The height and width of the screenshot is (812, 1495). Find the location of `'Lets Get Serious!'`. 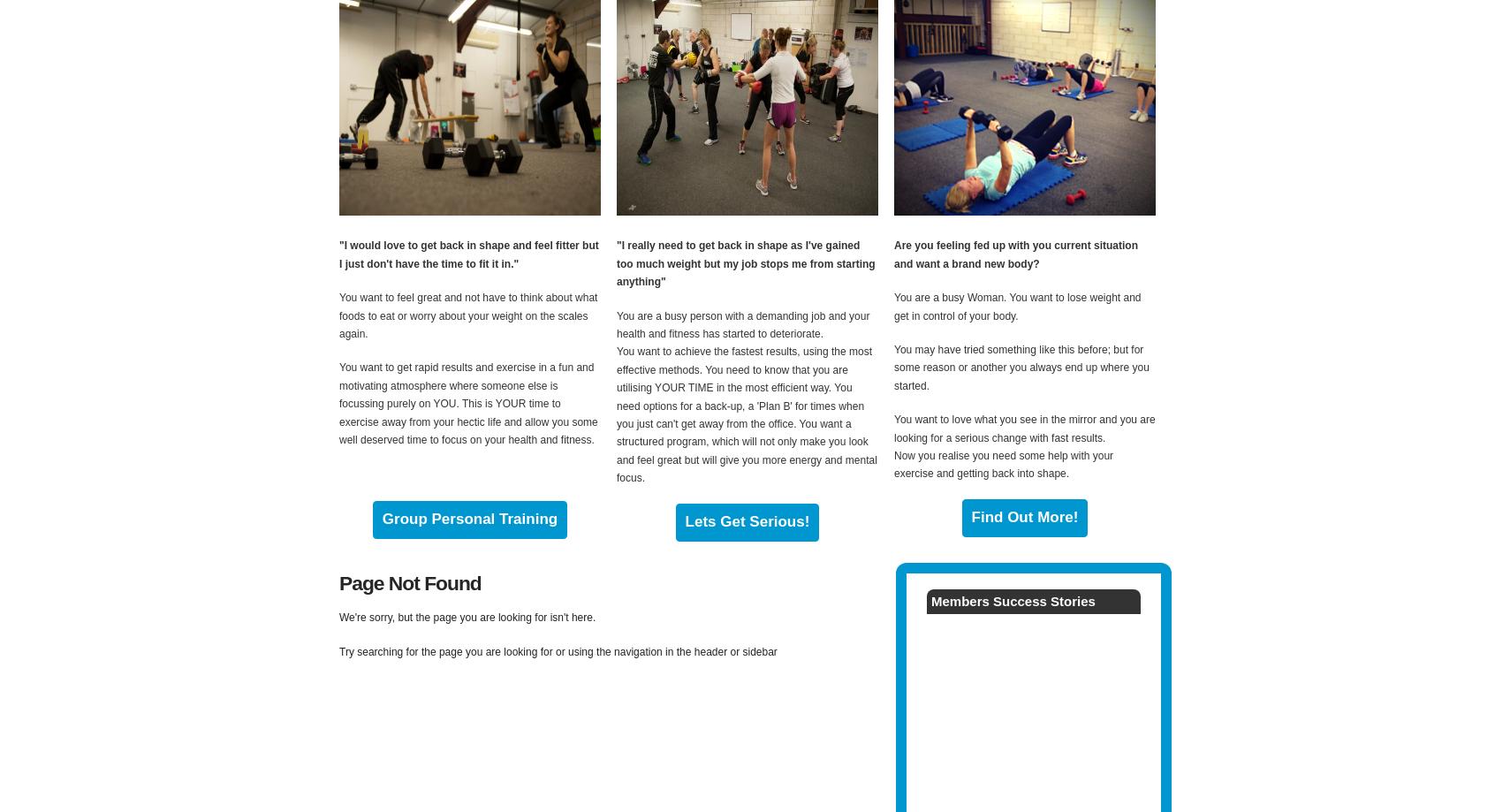

'Lets Get Serious!' is located at coordinates (747, 520).